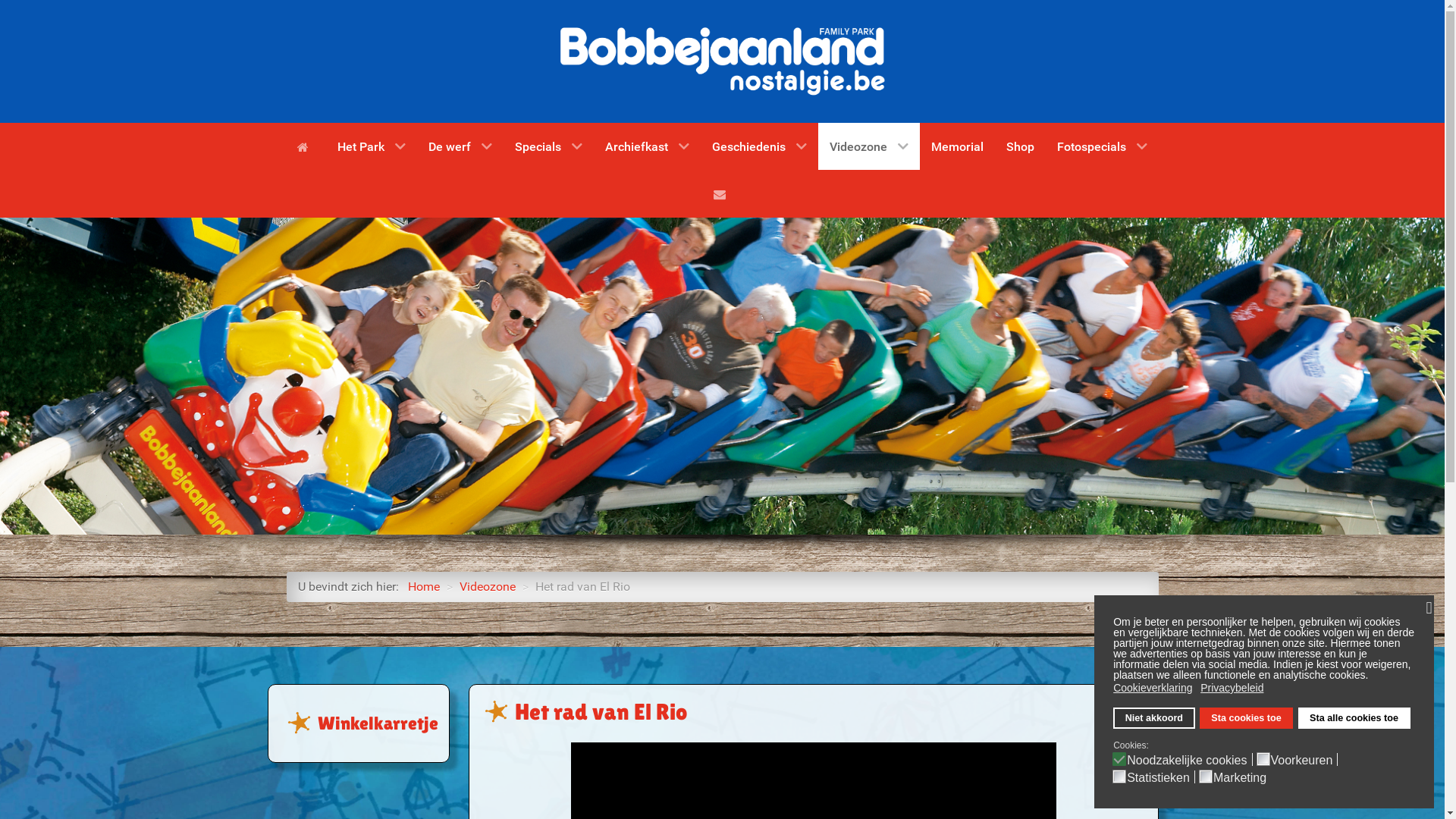 The image size is (1456, 819). What do you see at coordinates (371, 146) in the screenshot?
I see `'Het Park'` at bounding box center [371, 146].